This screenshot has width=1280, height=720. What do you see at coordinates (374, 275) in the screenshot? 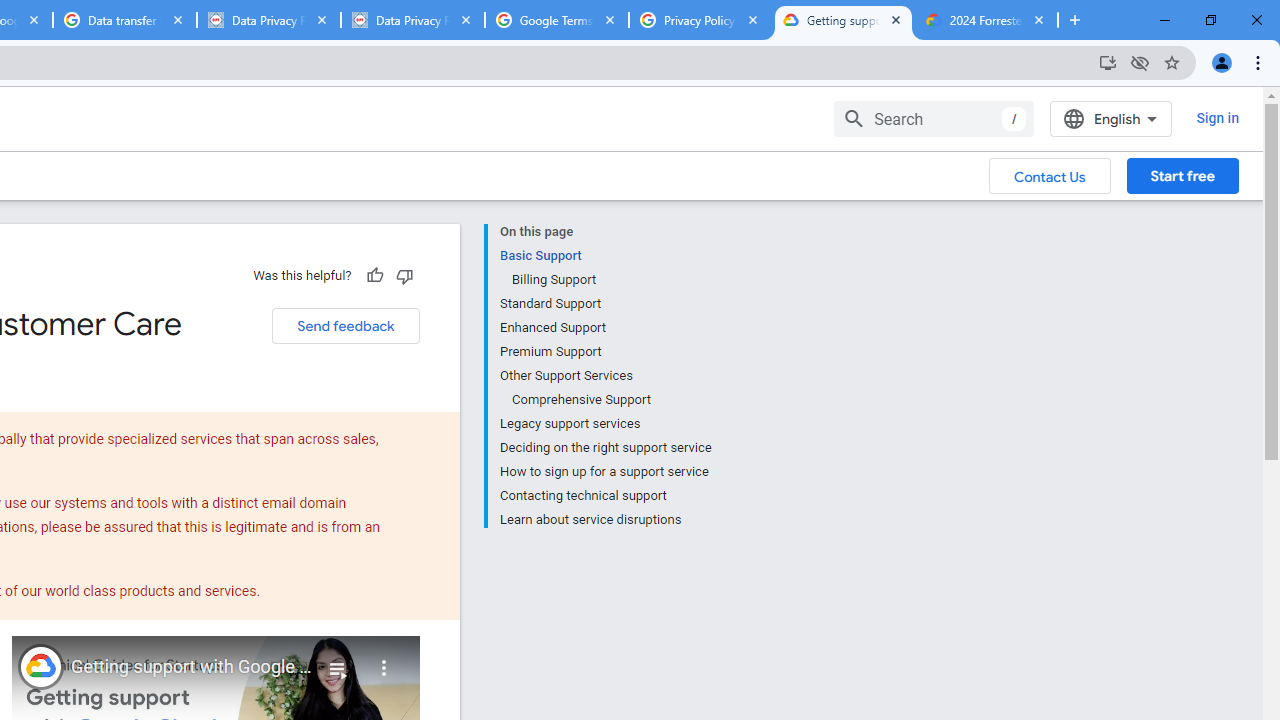
I see `'Helpful'` at bounding box center [374, 275].